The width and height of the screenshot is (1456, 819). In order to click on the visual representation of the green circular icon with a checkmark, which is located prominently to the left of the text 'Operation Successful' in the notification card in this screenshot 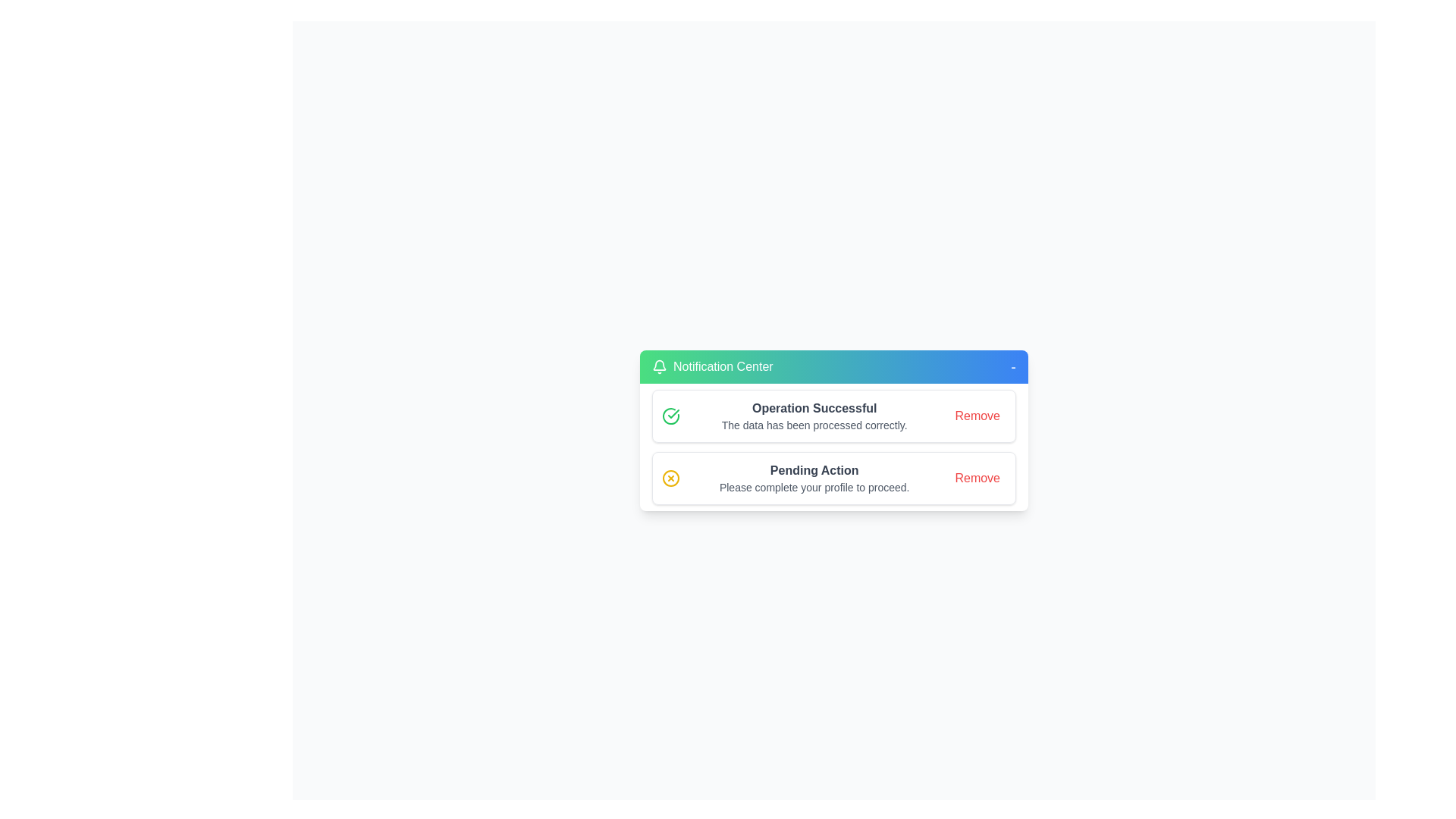, I will do `click(670, 416)`.